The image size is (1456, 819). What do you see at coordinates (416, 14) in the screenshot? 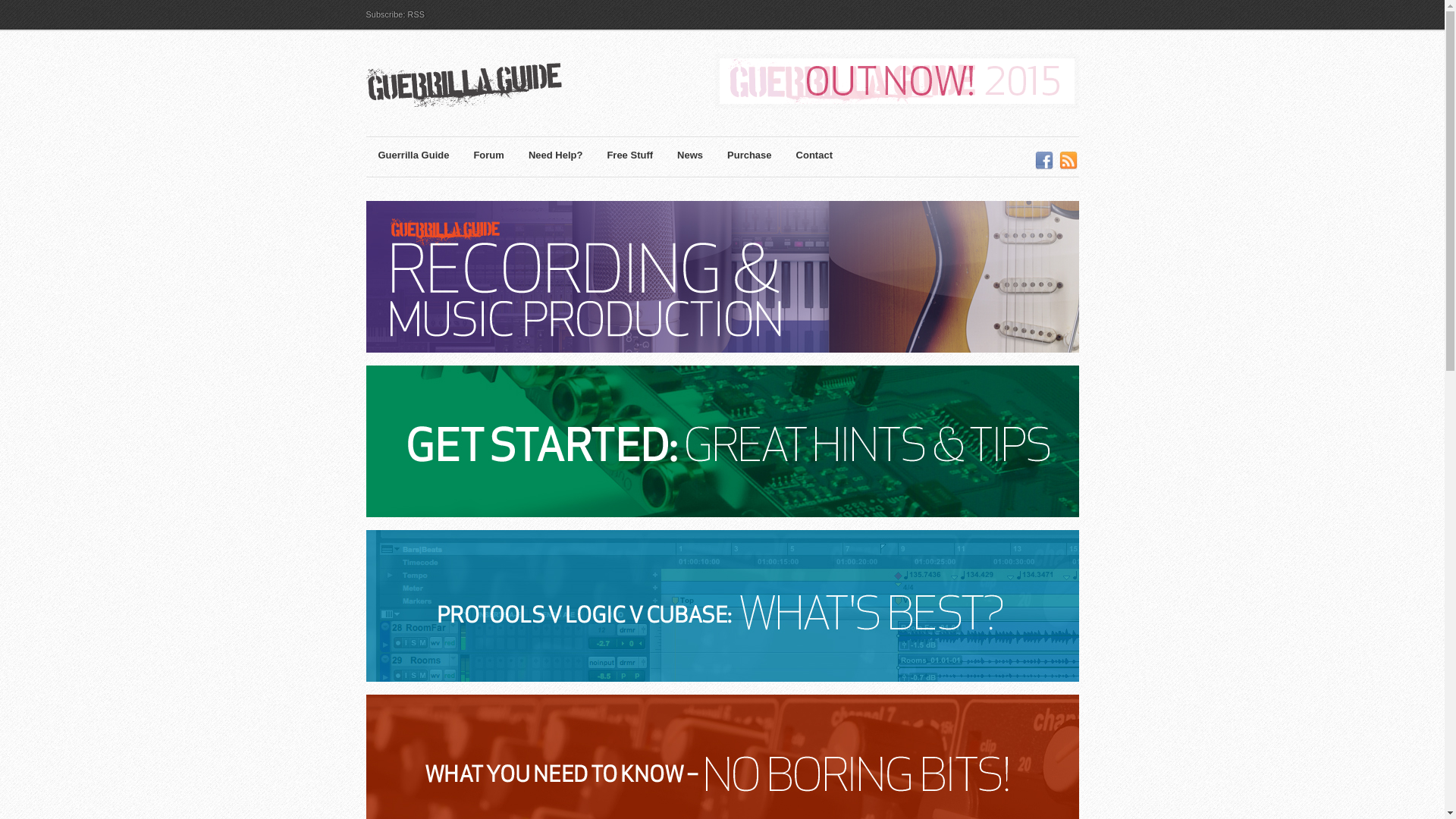
I see `'RSS'` at bounding box center [416, 14].